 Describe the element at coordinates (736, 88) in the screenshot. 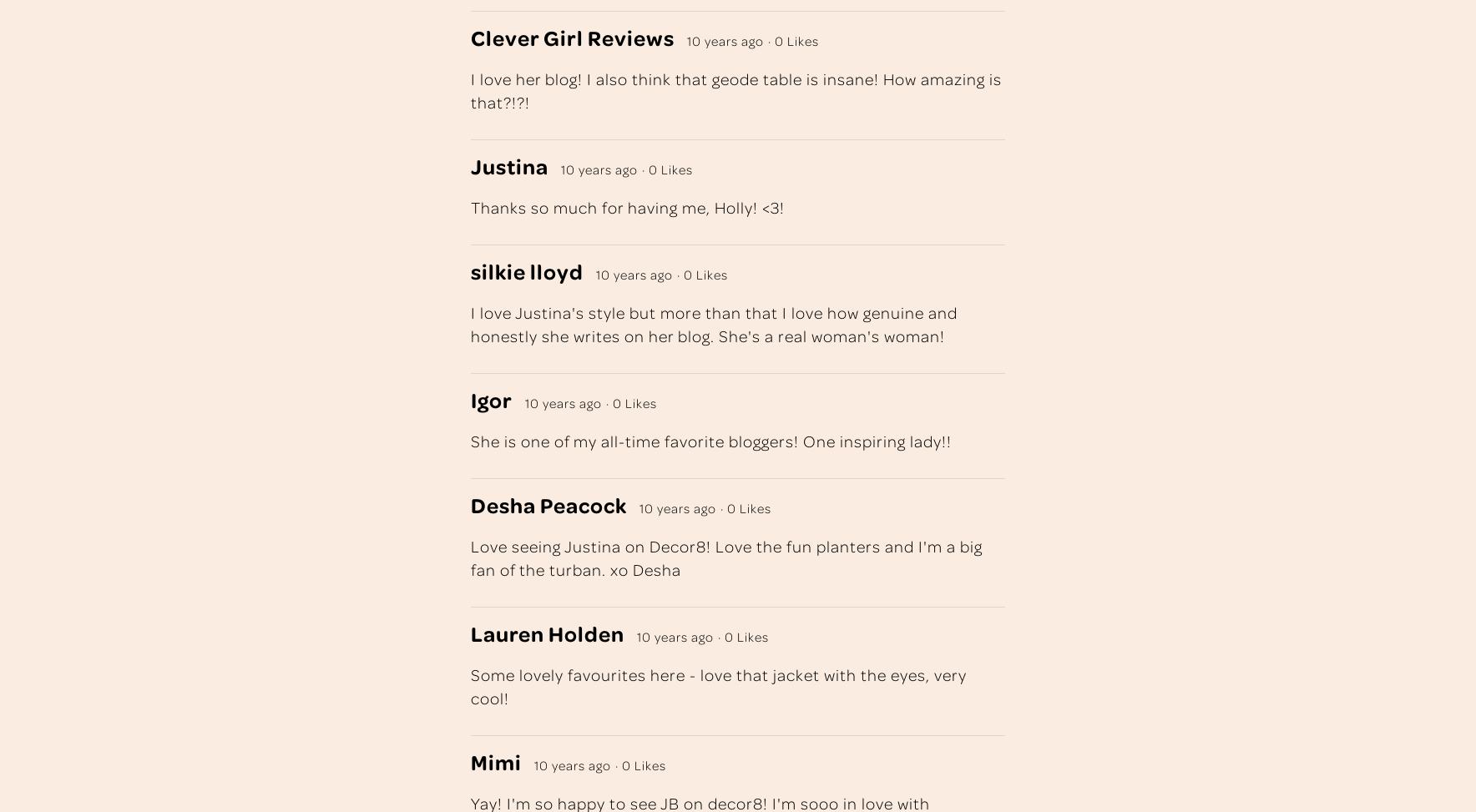

I see `'I love her blog! I also think that geode table is insane! How amazing is that?!?!'` at that location.